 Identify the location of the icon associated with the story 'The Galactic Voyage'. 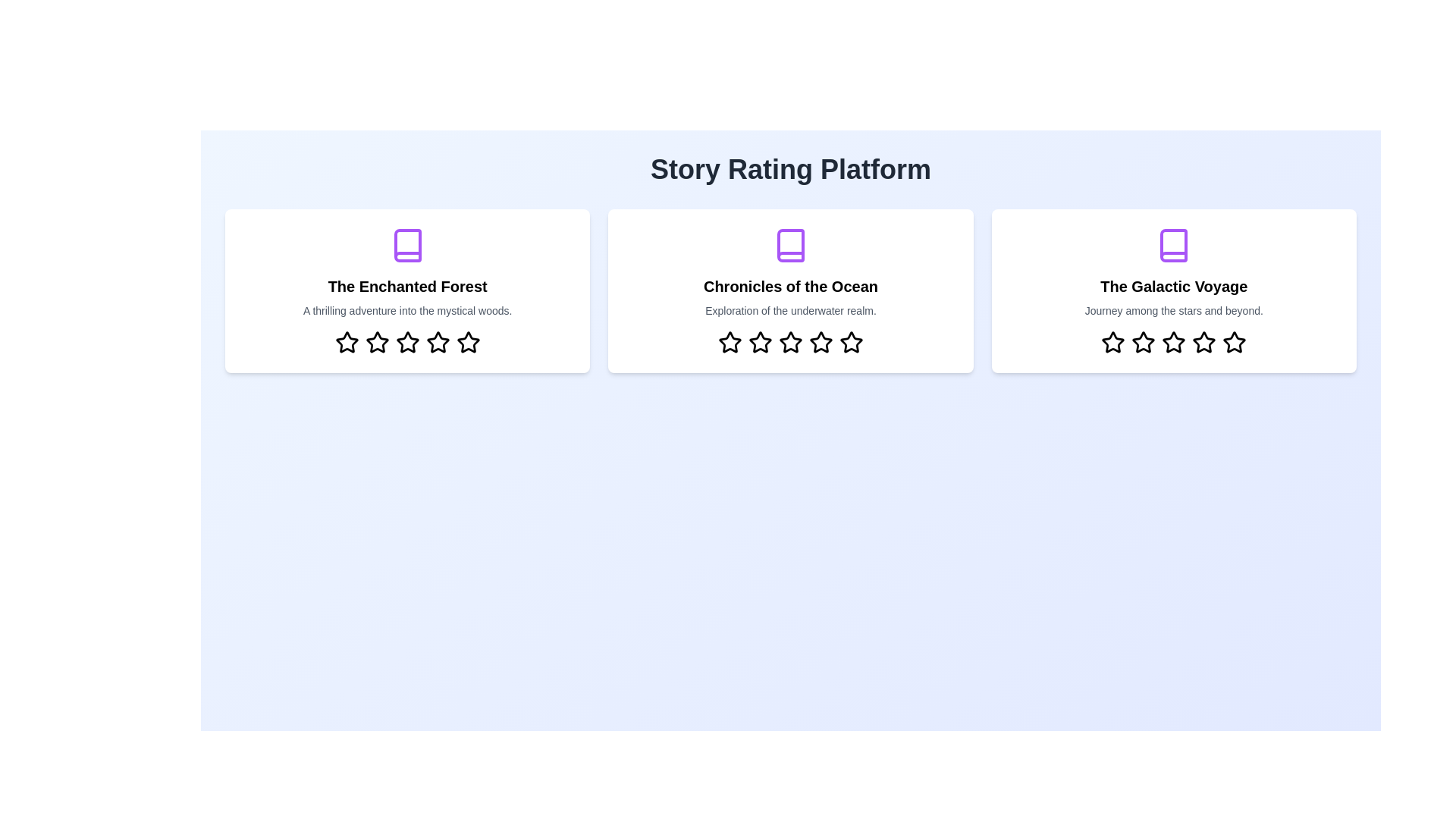
(1173, 245).